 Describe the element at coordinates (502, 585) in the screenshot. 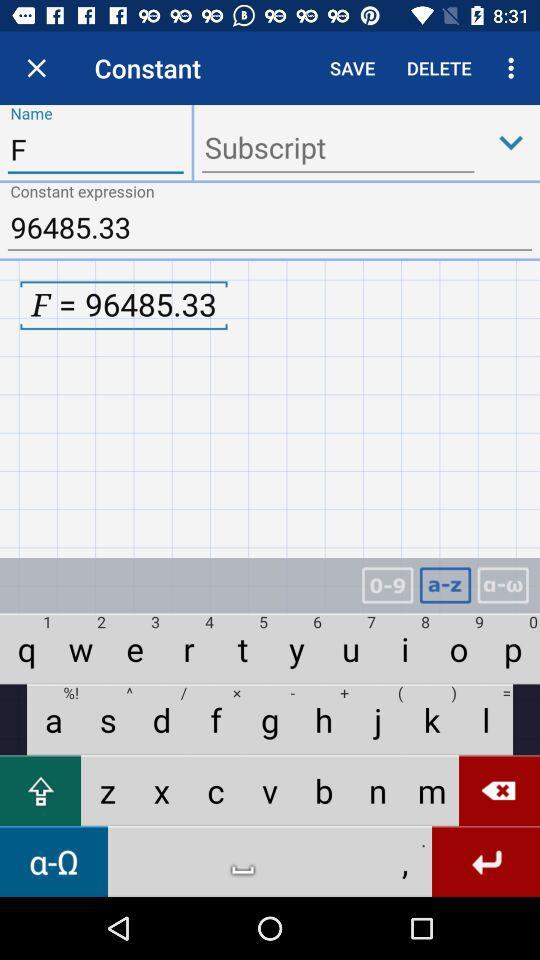

I see `greek alphabet` at that location.